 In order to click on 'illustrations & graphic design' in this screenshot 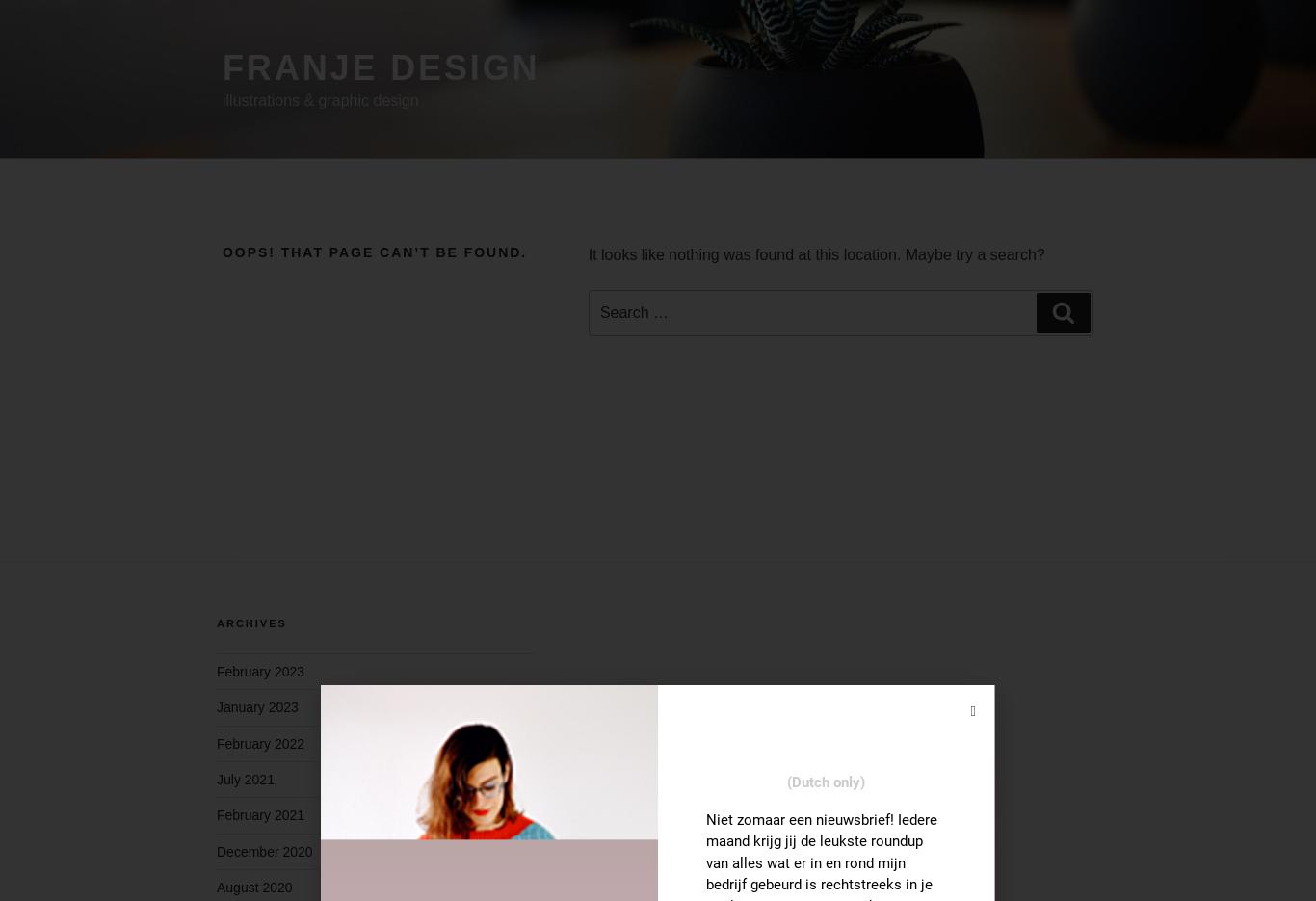, I will do `click(320, 99)`.